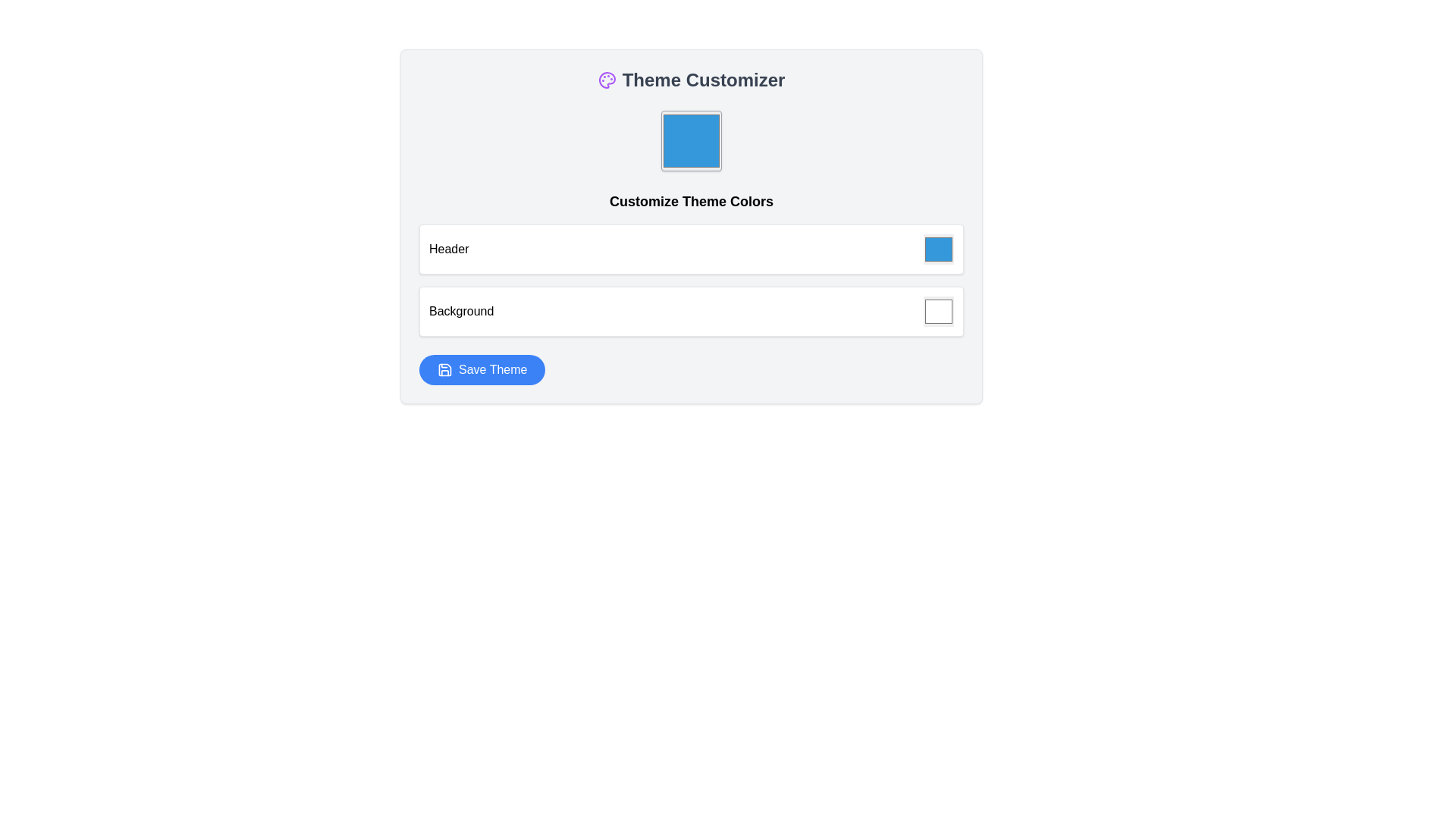  I want to click on the SVG painter's palette icon, which is styled in purple and located next to the 'Theme Customizer' text at the top of the page, so click(607, 80).